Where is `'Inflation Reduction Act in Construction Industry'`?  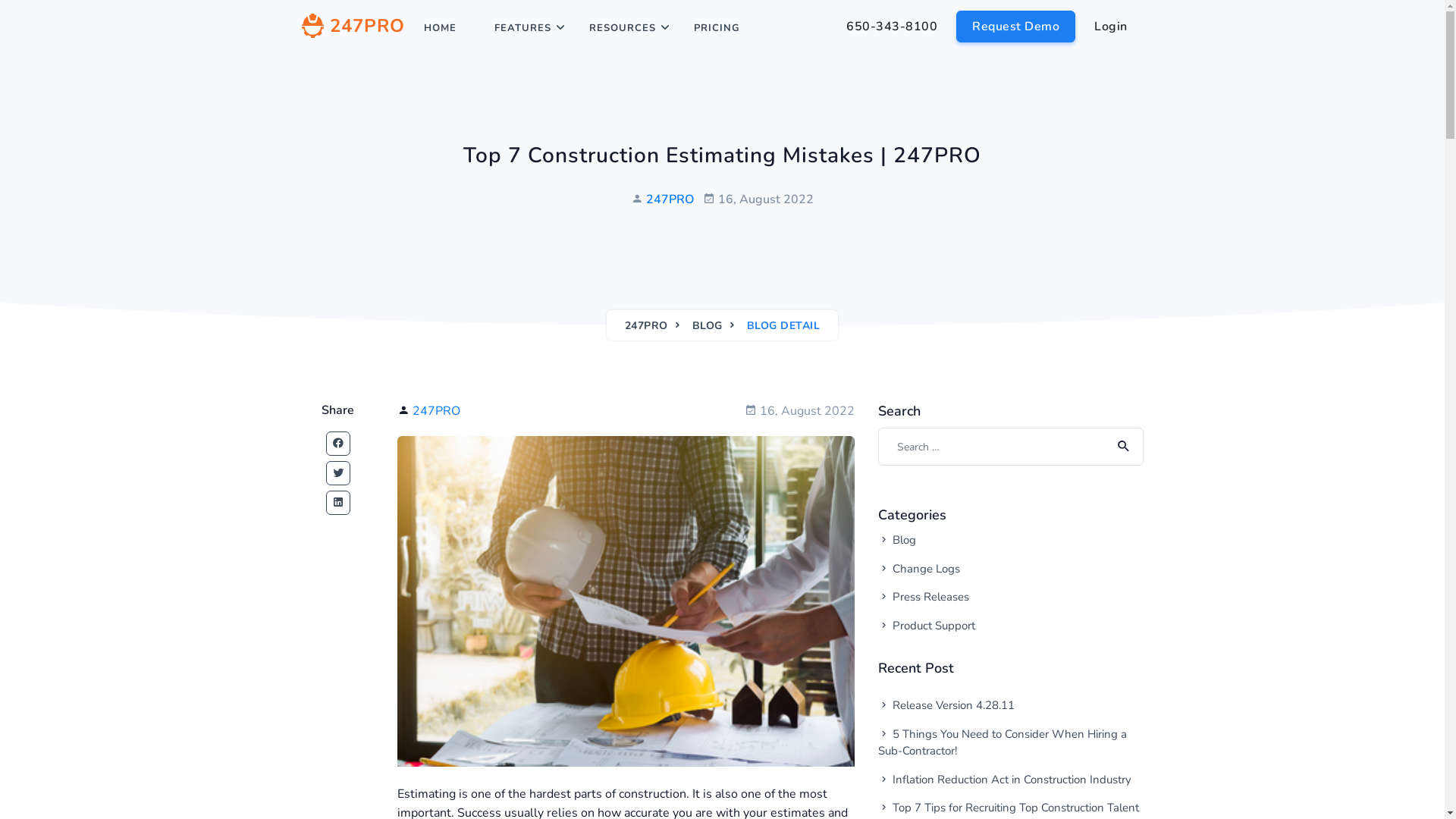 'Inflation Reduction Act in Construction Industry' is located at coordinates (1011, 779).